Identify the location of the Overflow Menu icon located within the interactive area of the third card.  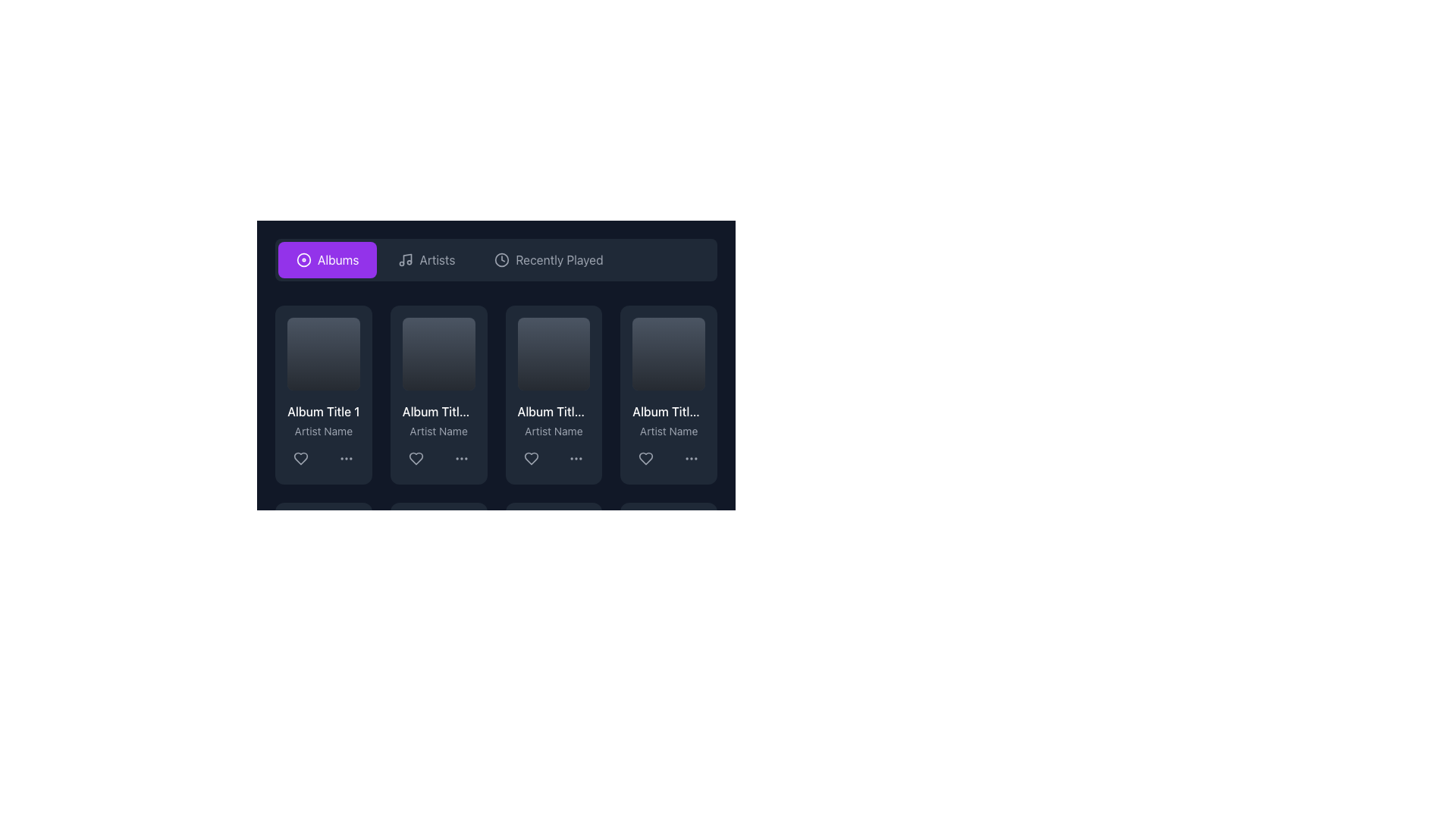
(576, 457).